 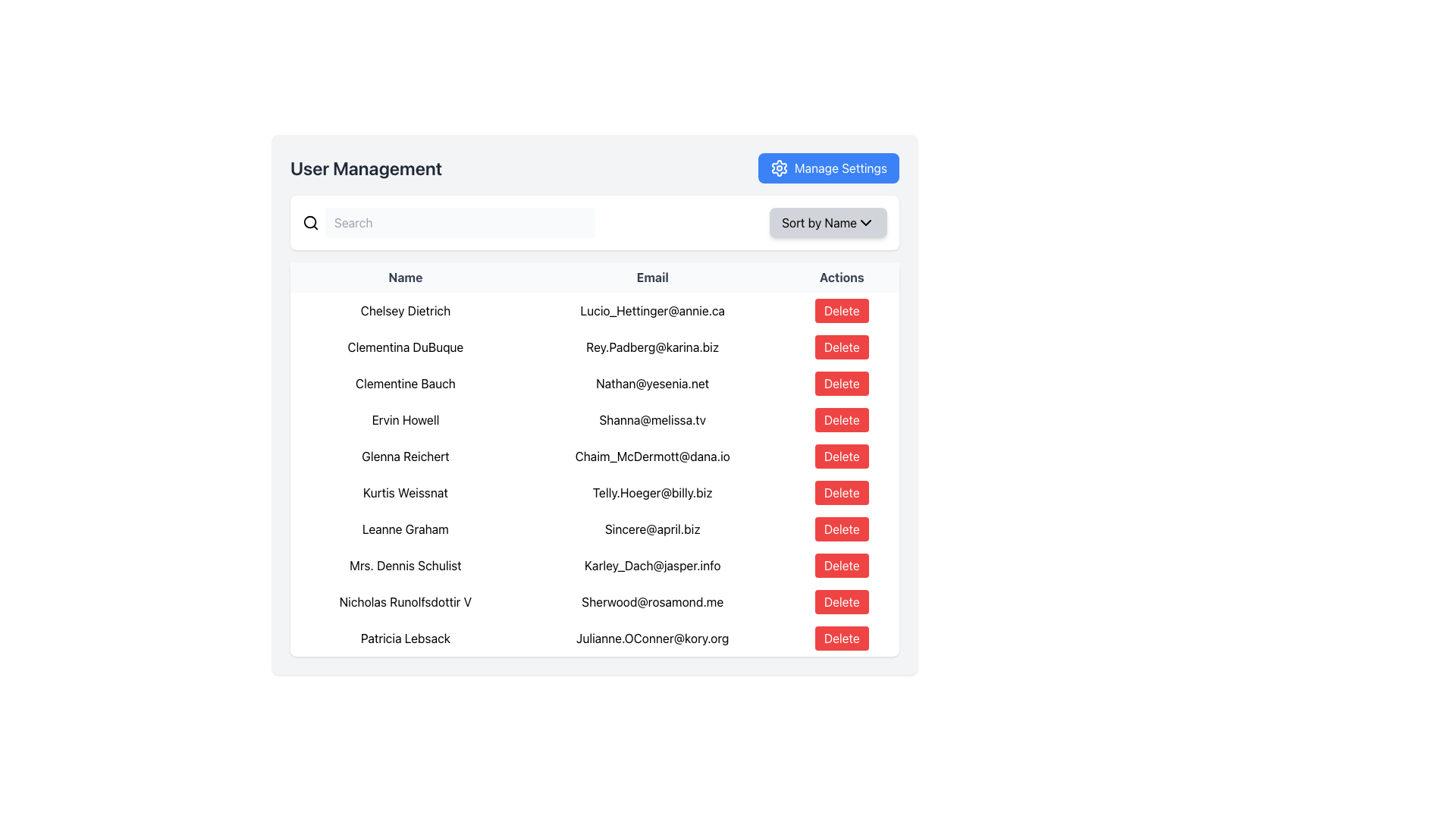 What do you see at coordinates (841, 420) in the screenshot?
I see `the rectangular red 'Delete' button with white text, located in the 'Actions' column of the row for user 'Ervin Howell'` at bounding box center [841, 420].